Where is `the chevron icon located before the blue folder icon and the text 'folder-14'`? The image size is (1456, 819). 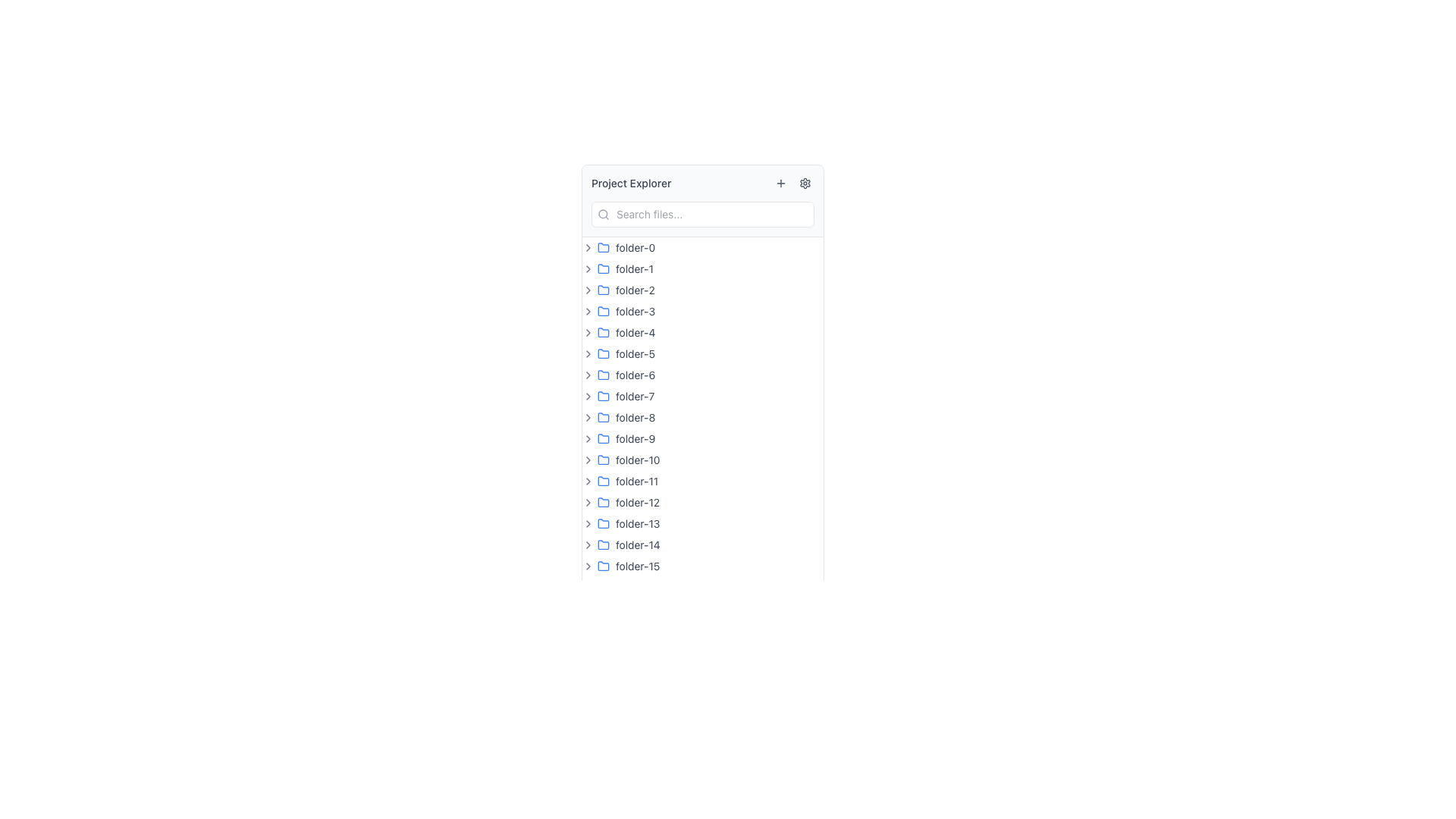 the chevron icon located before the blue folder icon and the text 'folder-14' is located at coordinates (588, 544).